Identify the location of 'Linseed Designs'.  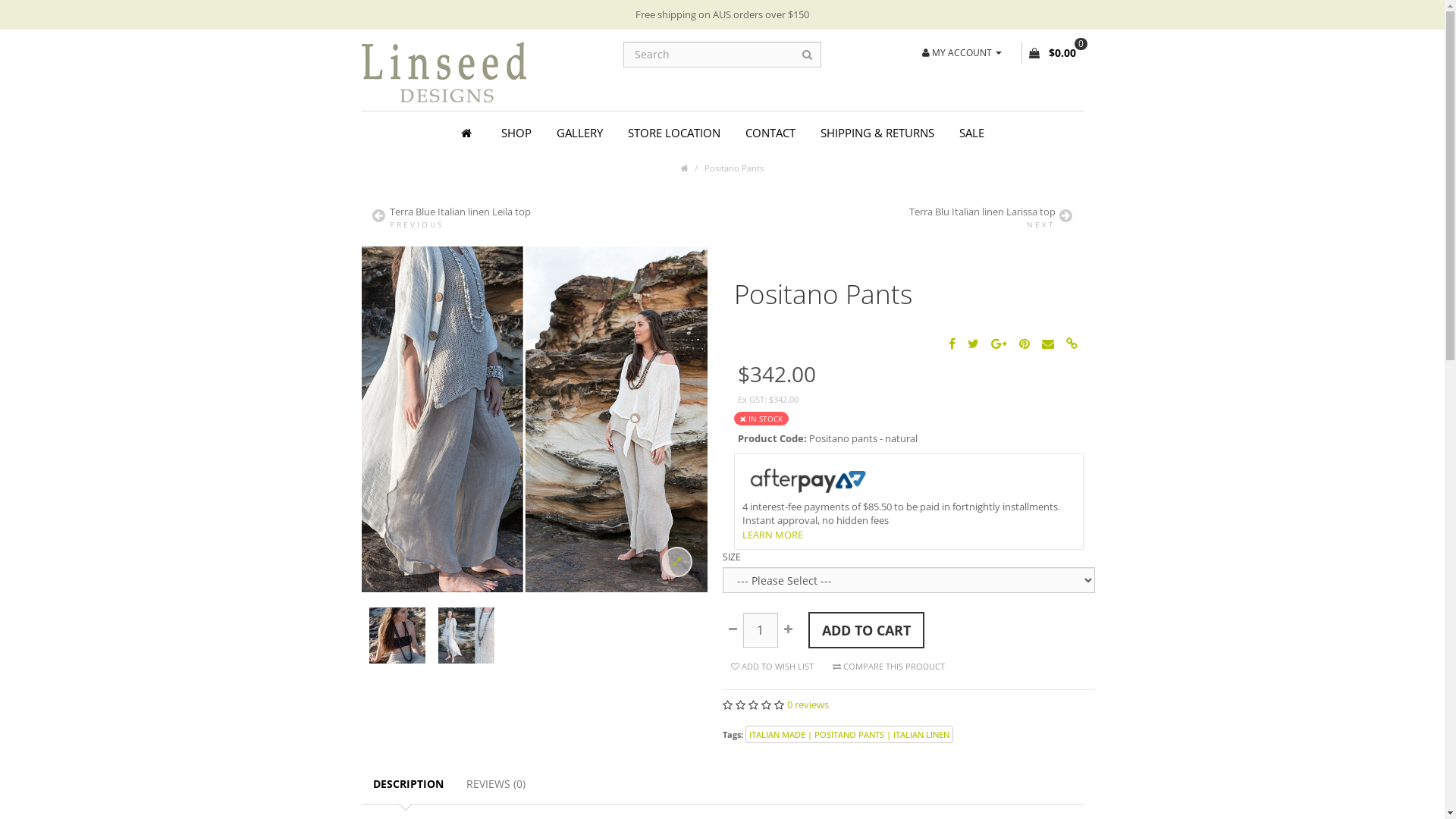
(442, 72).